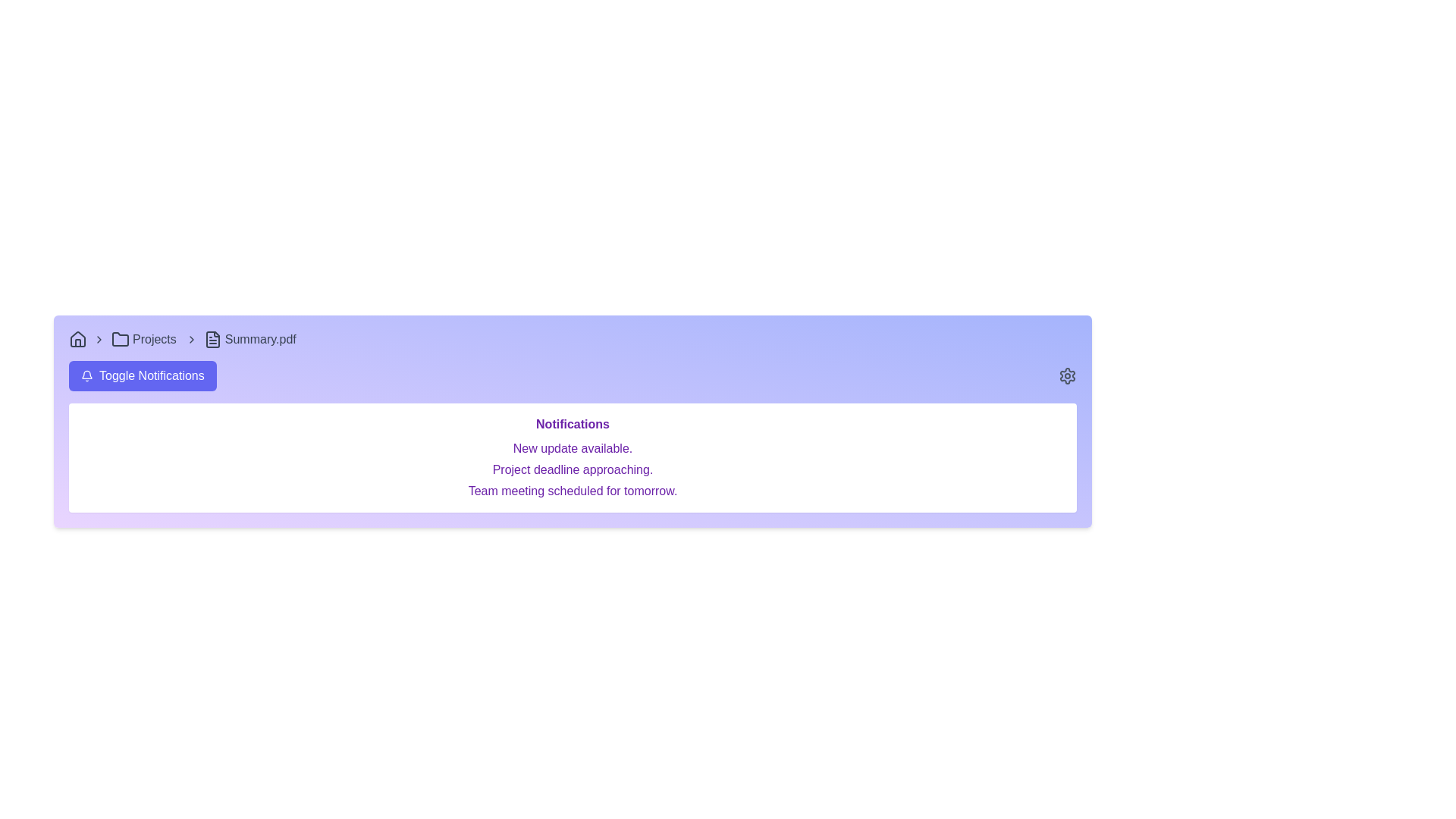 Image resolution: width=1456 pixels, height=819 pixels. What do you see at coordinates (98, 338) in the screenshot?
I see `the right-facing chevron SVG icon that serves as a separator in the navigation breadcrumb component, located between the house icon and the folder icon` at bounding box center [98, 338].